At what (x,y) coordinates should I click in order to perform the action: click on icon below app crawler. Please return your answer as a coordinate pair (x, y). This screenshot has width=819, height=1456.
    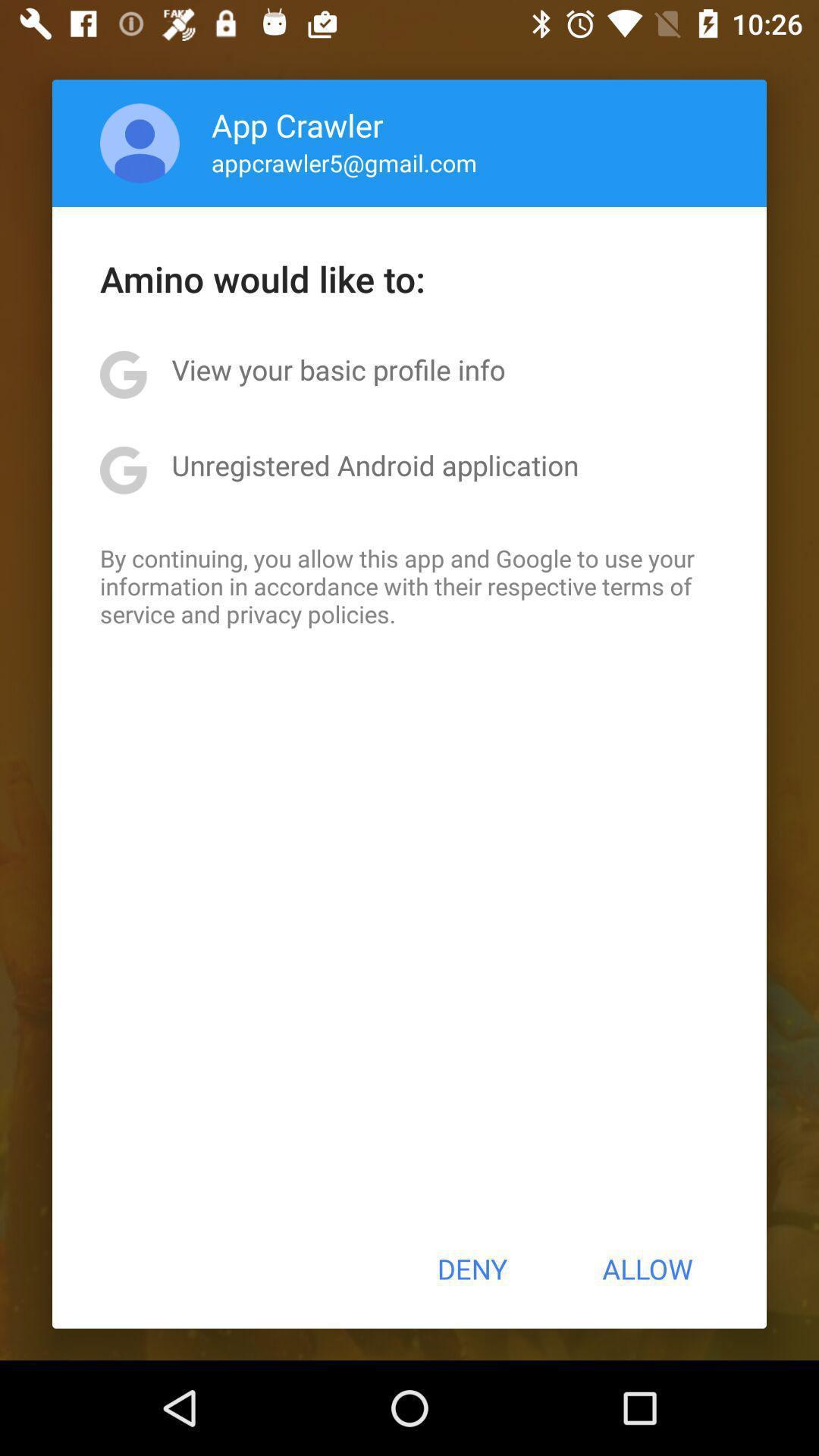
    Looking at the image, I should click on (344, 162).